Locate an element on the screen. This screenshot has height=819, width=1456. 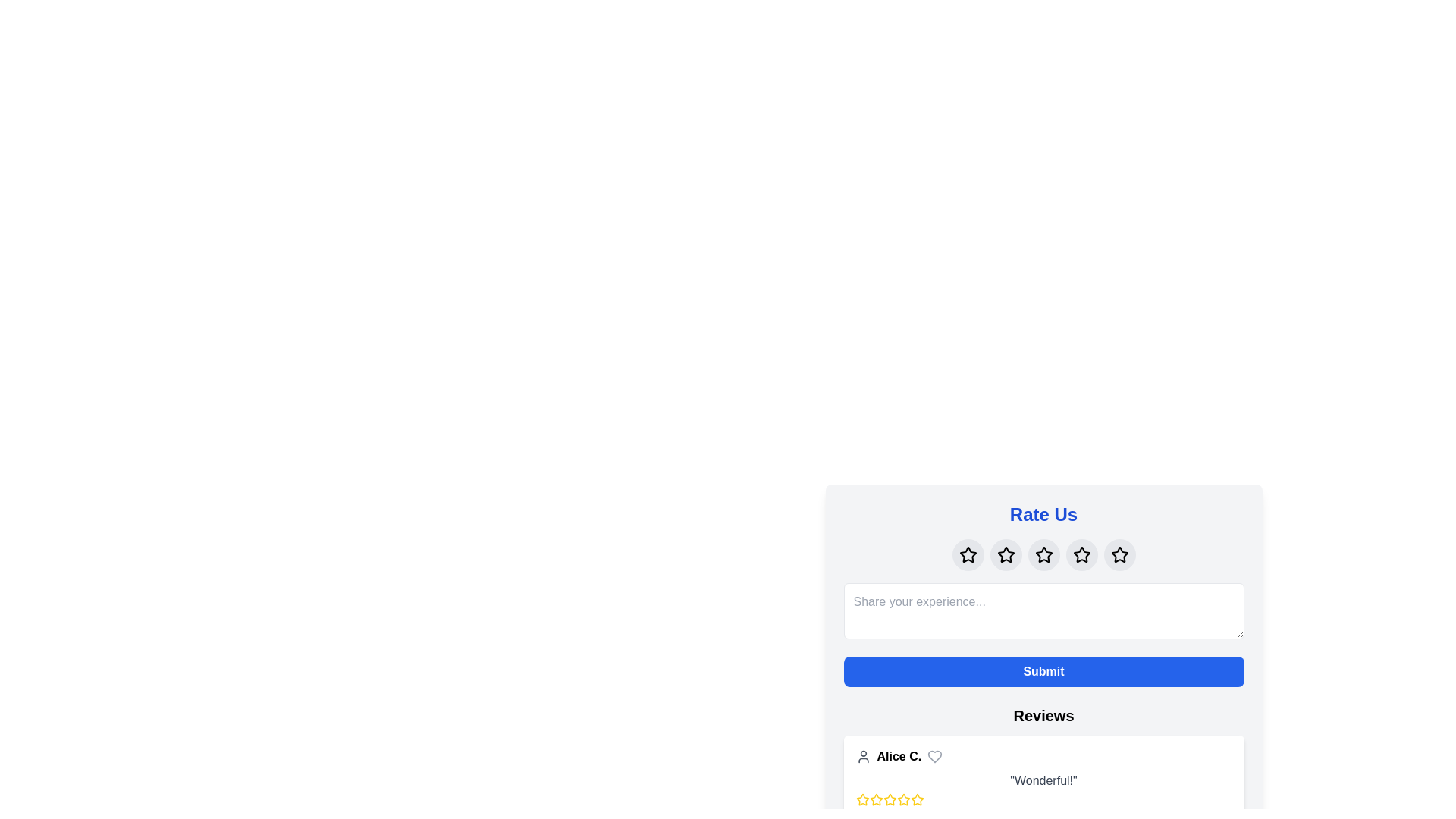
the third star icon in the rating system is located at coordinates (1043, 555).